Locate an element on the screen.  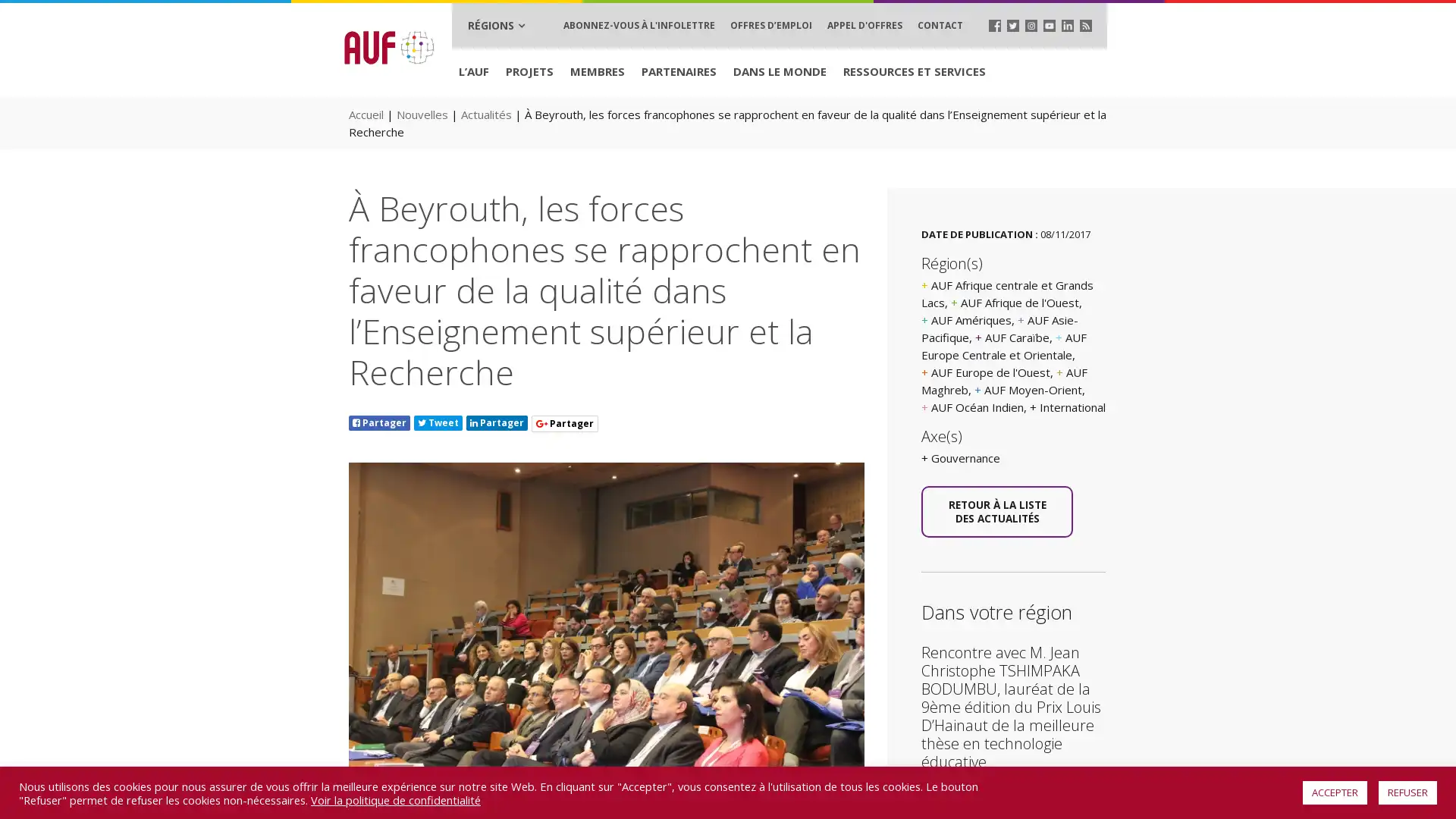
ACCEPTER is located at coordinates (1335, 792).